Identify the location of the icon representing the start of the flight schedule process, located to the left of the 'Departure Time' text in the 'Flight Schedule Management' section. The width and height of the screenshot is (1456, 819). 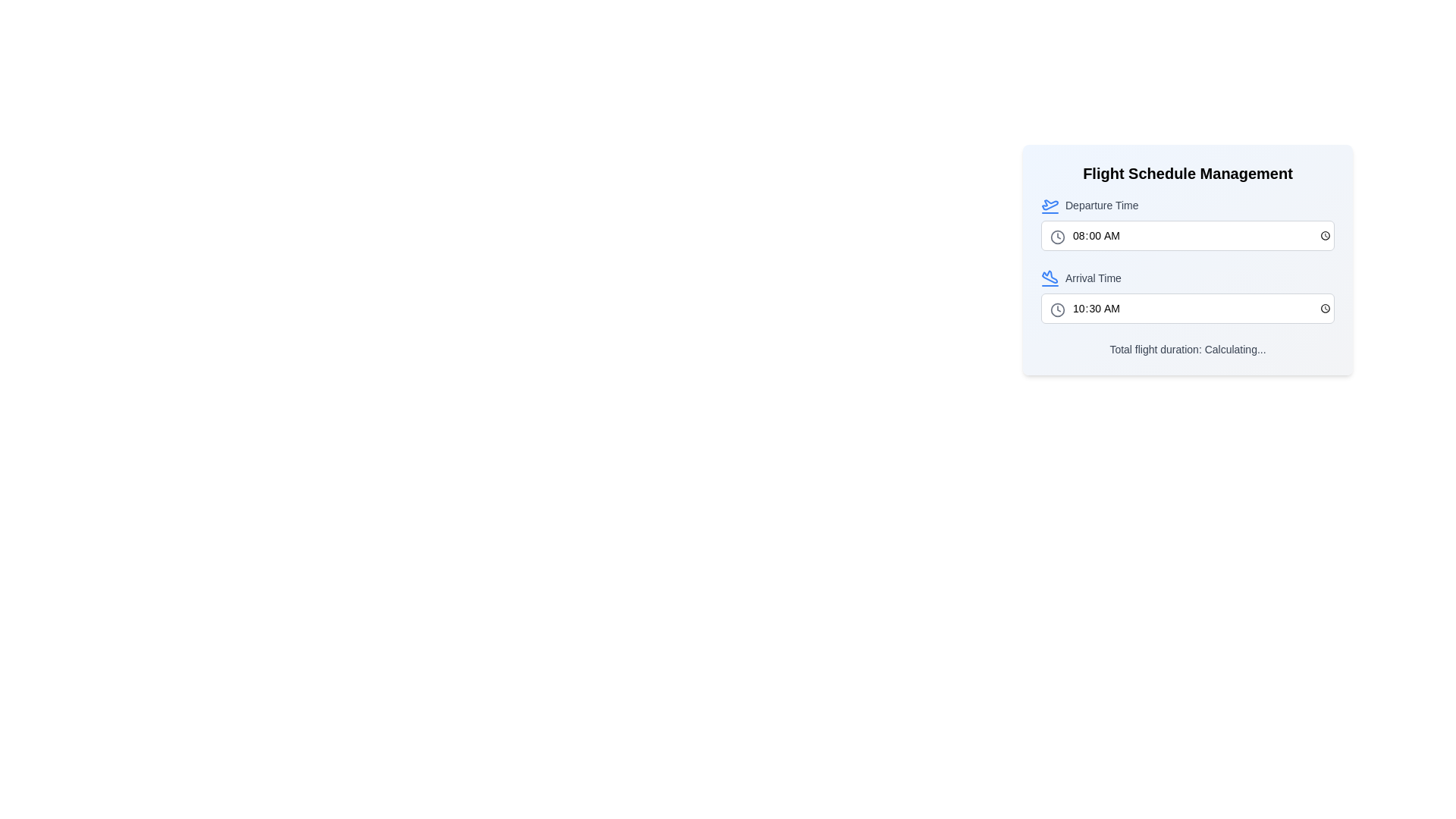
(1050, 205).